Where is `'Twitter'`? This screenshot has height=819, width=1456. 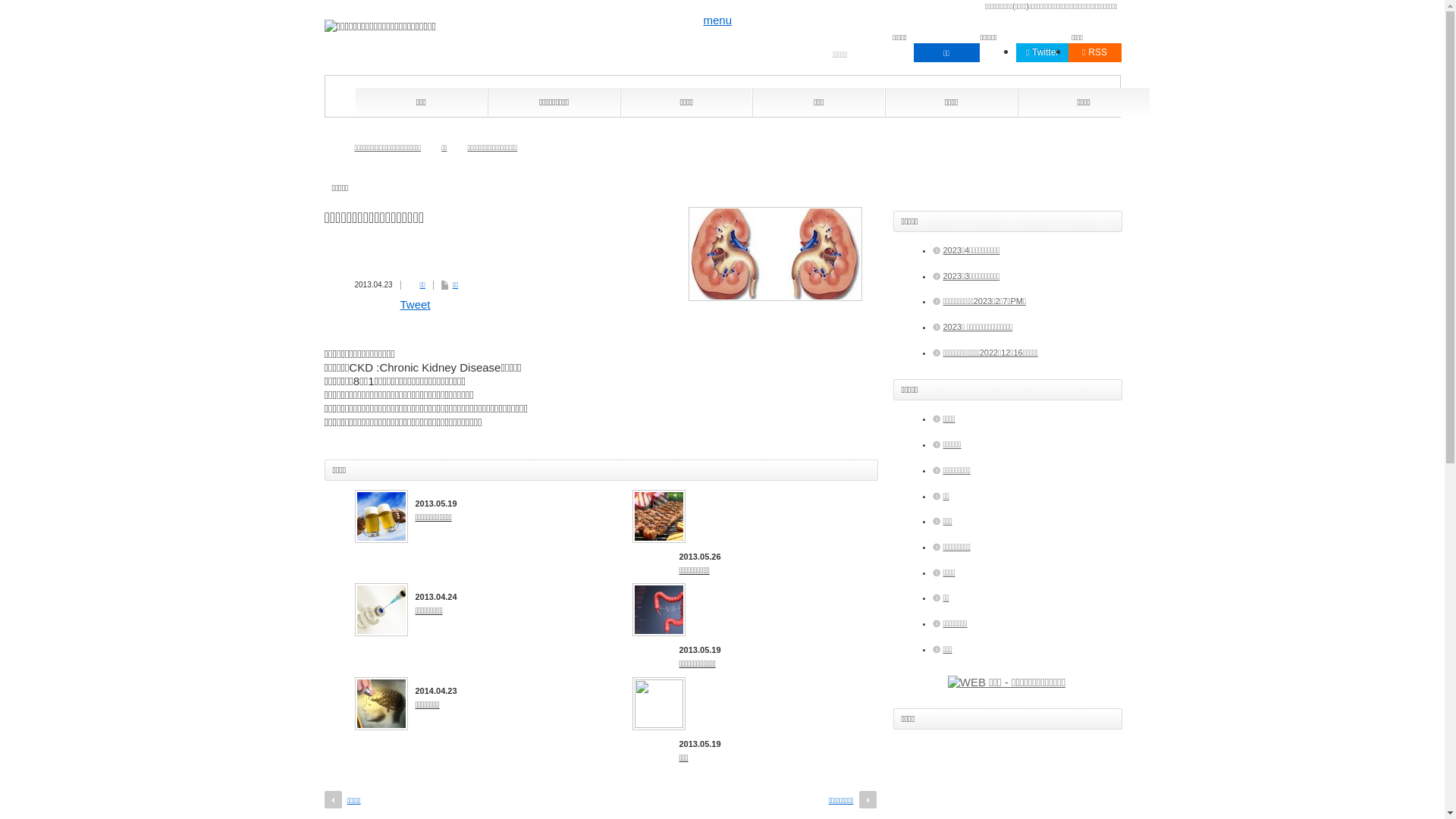
'Twitter' is located at coordinates (1041, 52).